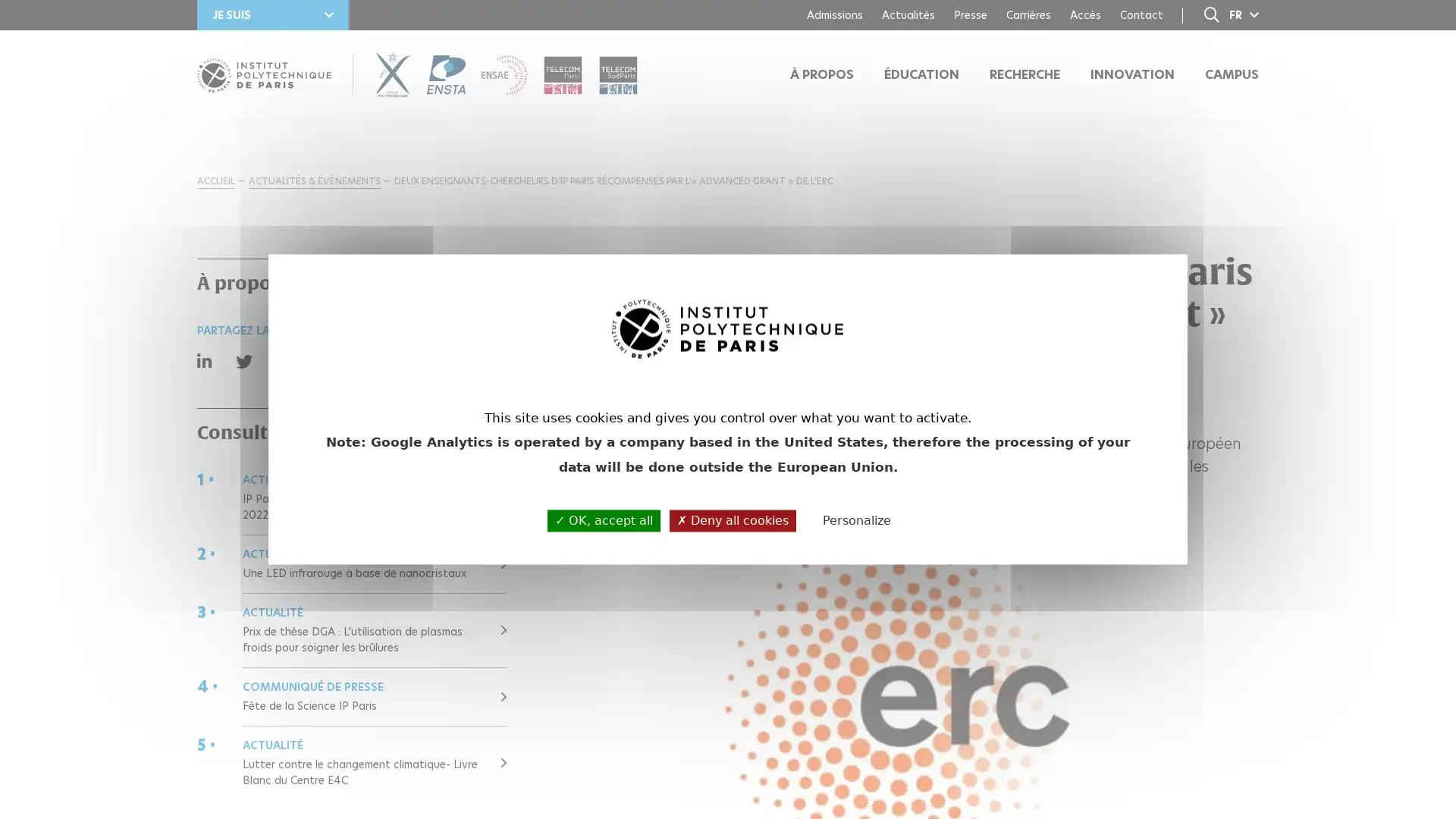  I want to click on Deny all cookies, so click(733, 519).